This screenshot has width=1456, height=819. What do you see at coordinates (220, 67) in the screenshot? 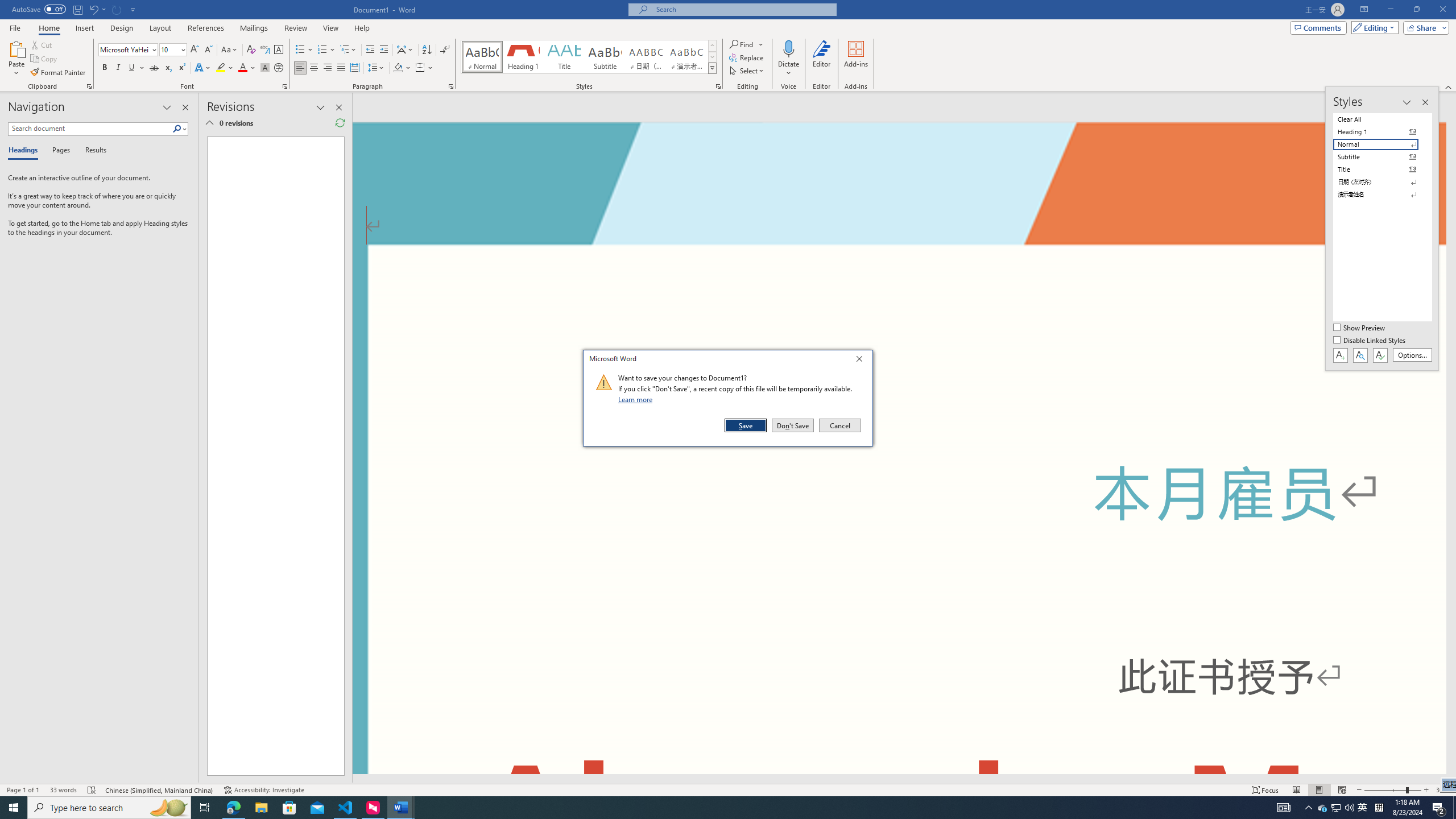
I see `'Text Highlight Color Yellow'` at bounding box center [220, 67].